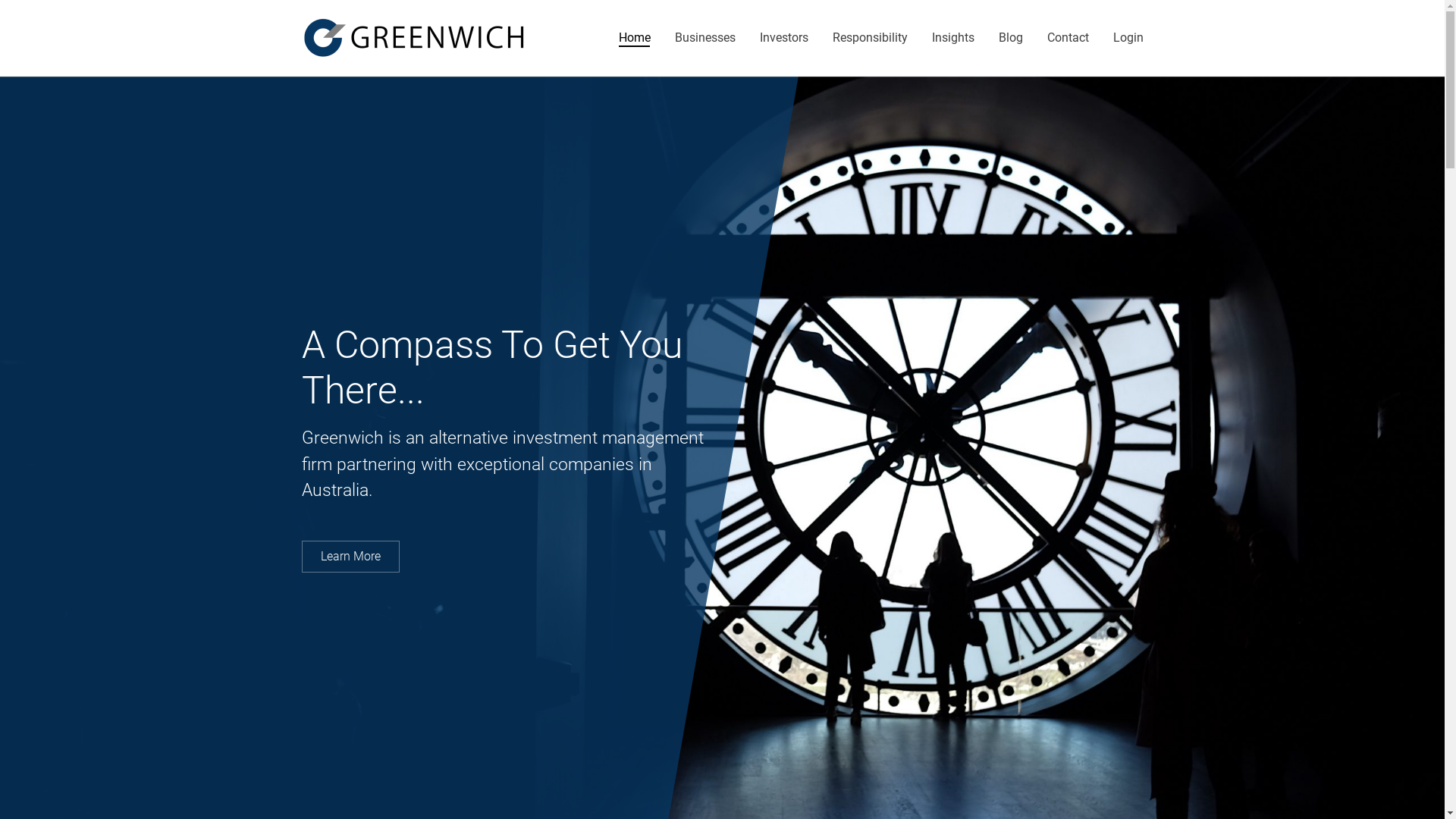  I want to click on 'Learn More', so click(350, 556).